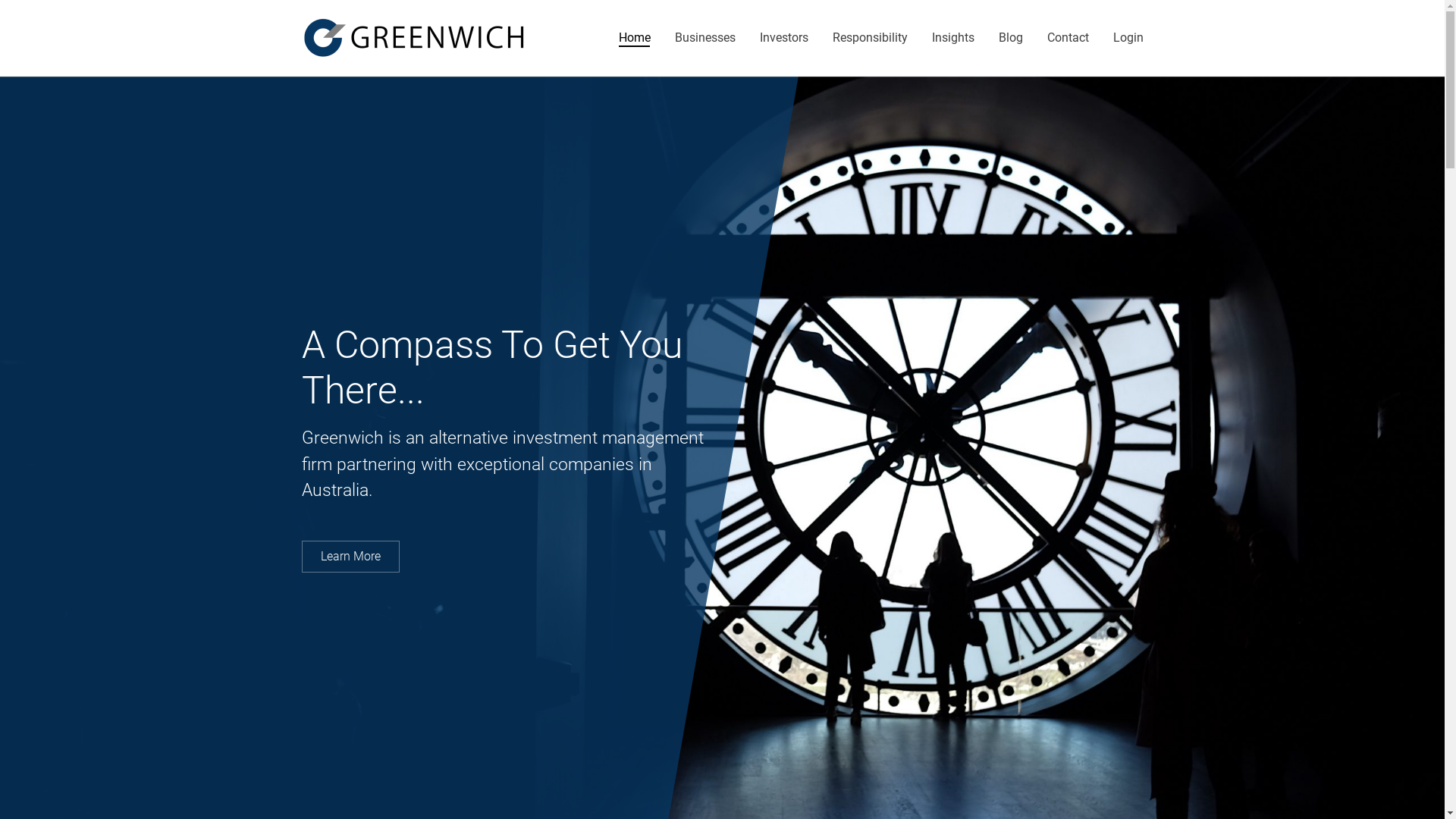  I want to click on 'Learn More', so click(350, 556).